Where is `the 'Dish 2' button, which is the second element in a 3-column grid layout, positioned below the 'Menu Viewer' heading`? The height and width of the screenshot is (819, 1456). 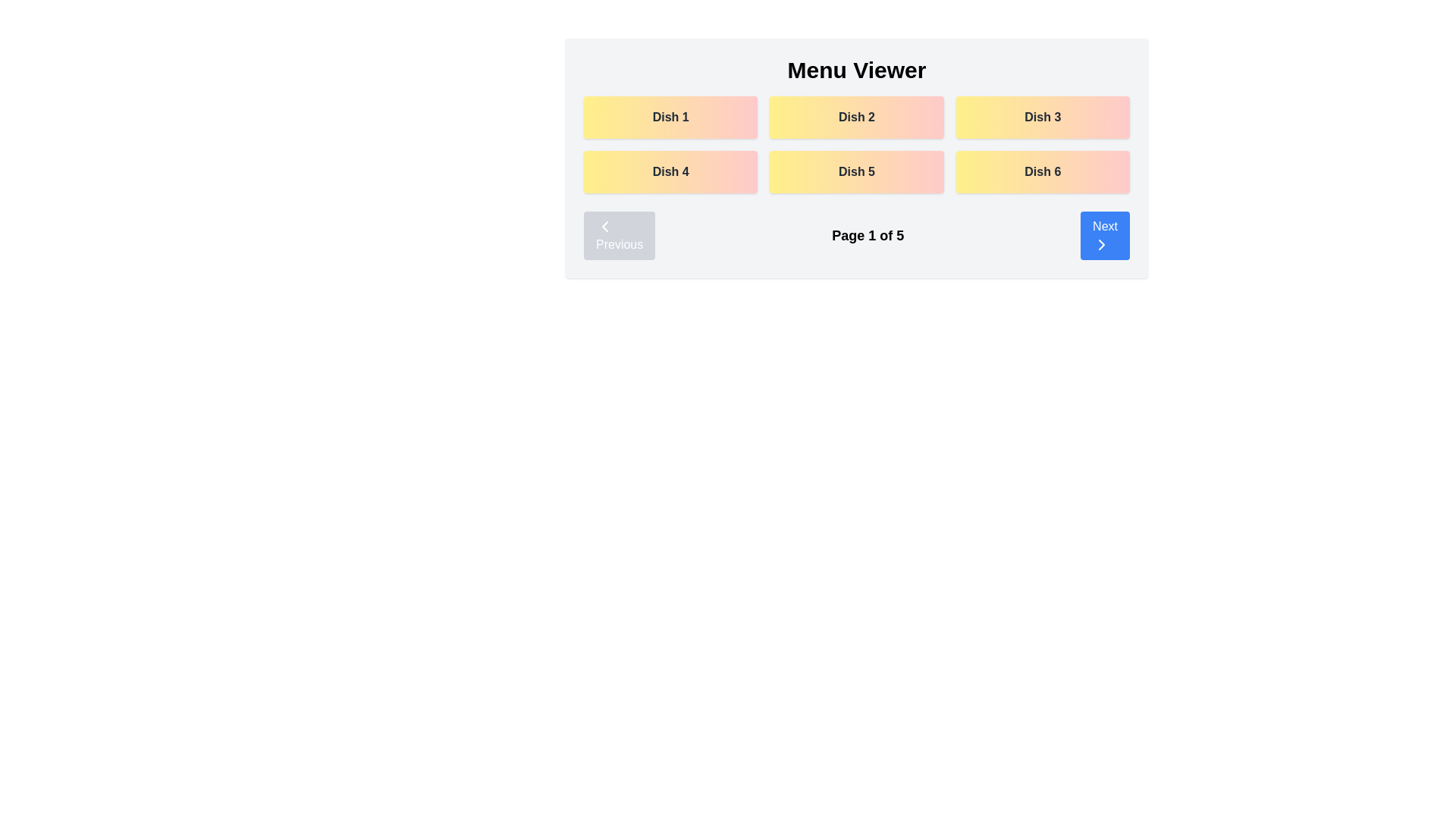 the 'Dish 2' button, which is the second element in a 3-column grid layout, positioned below the 'Menu Viewer' heading is located at coordinates (856, 116).